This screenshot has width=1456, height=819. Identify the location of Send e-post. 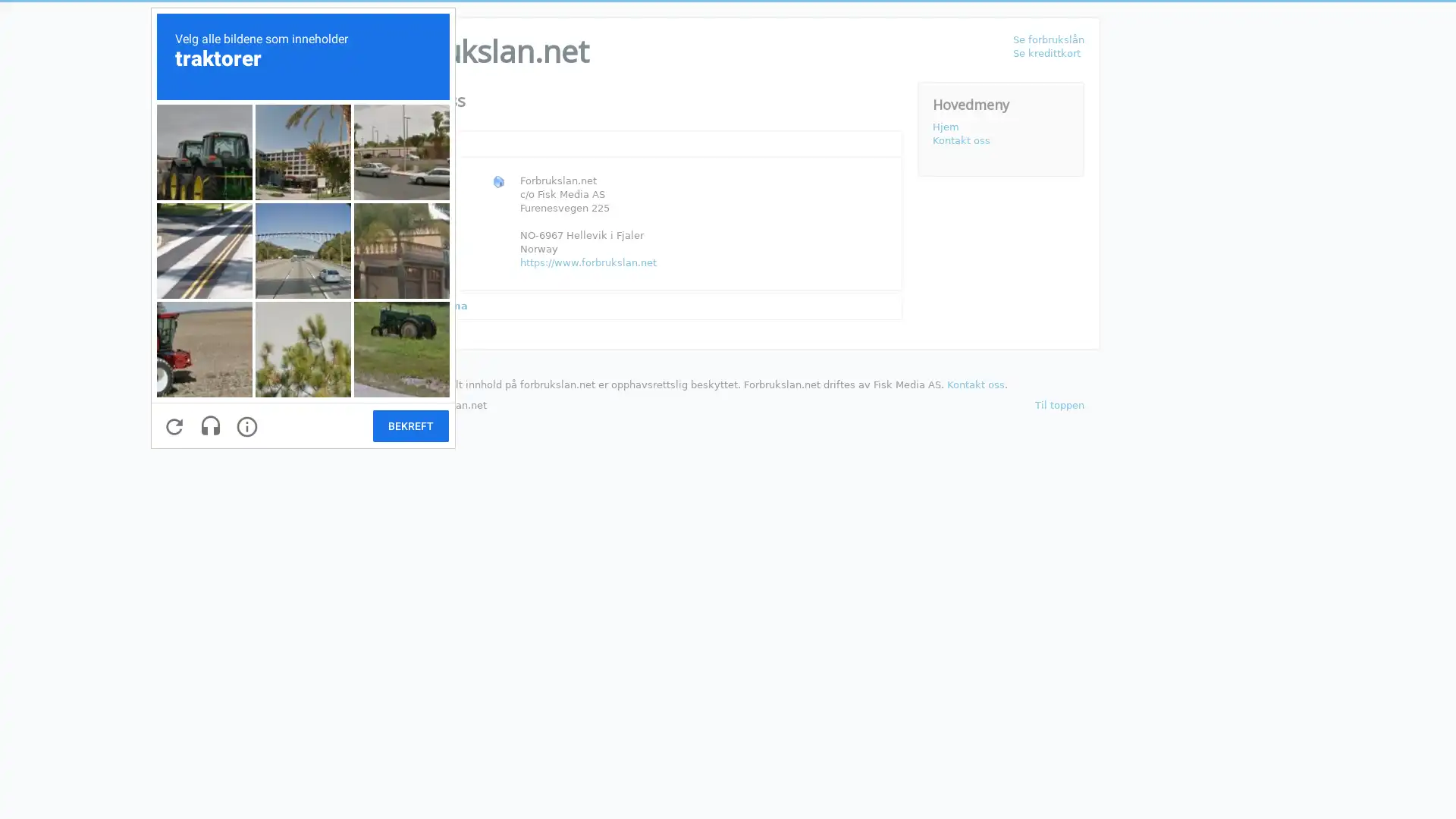
(573, 764).